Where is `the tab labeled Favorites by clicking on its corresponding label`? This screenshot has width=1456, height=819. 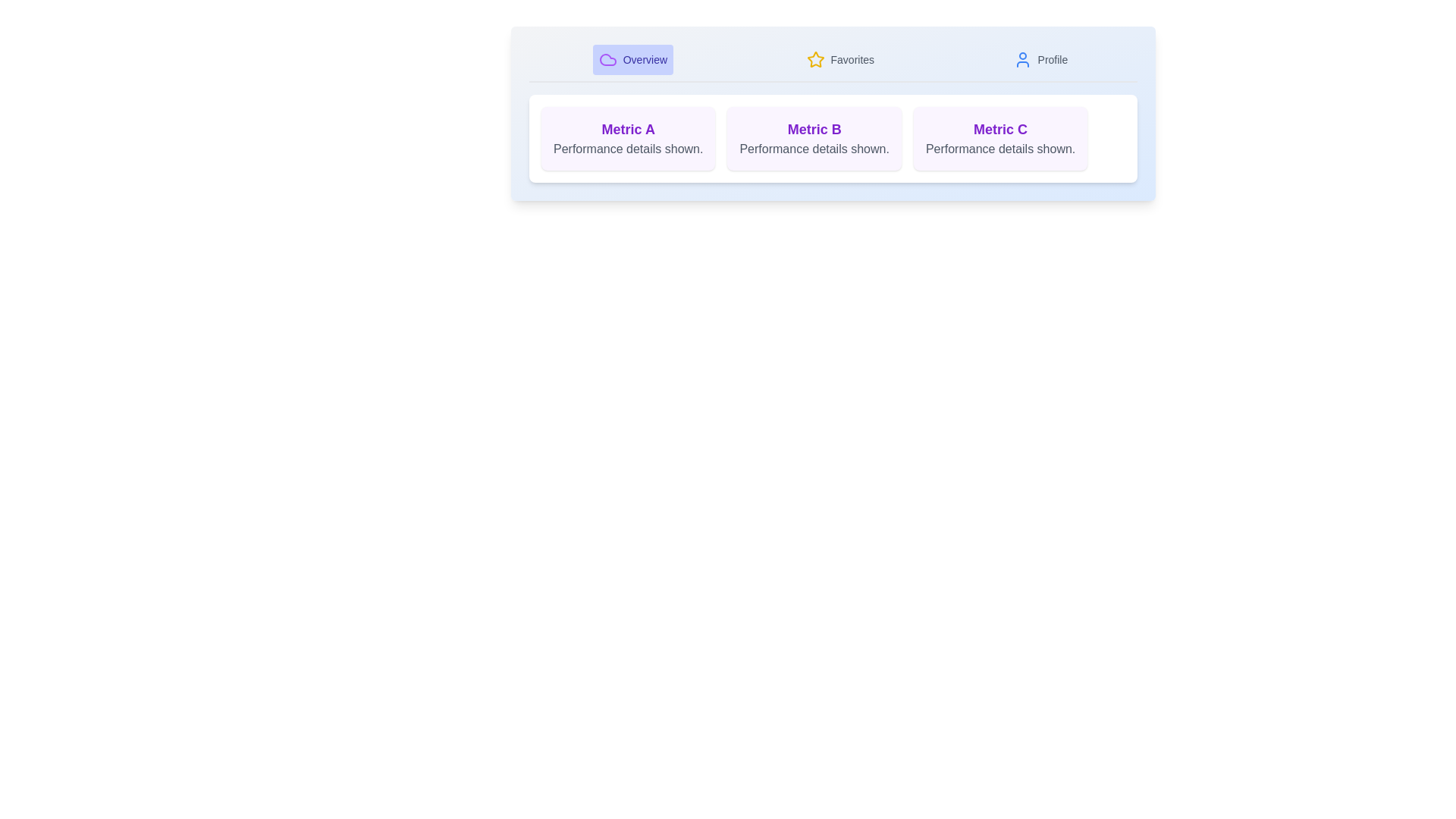 the tab labeled Favorites by clicking on its corresponding label is located at coordinates (839, 58).